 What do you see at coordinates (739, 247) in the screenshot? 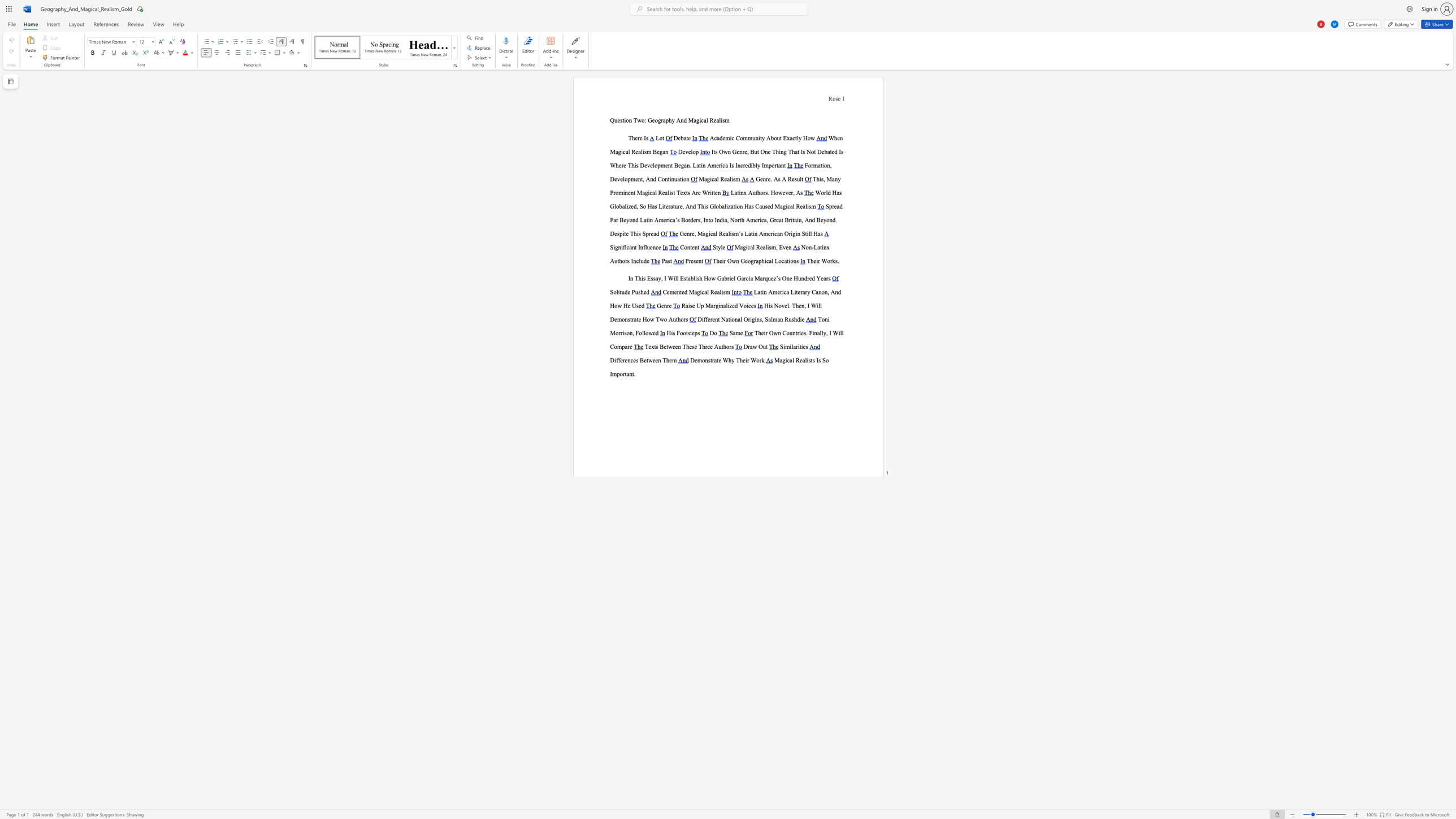
I see `the subset text "agica" within the text "Magical Realism, Even"` at bounding box center [739, 247].